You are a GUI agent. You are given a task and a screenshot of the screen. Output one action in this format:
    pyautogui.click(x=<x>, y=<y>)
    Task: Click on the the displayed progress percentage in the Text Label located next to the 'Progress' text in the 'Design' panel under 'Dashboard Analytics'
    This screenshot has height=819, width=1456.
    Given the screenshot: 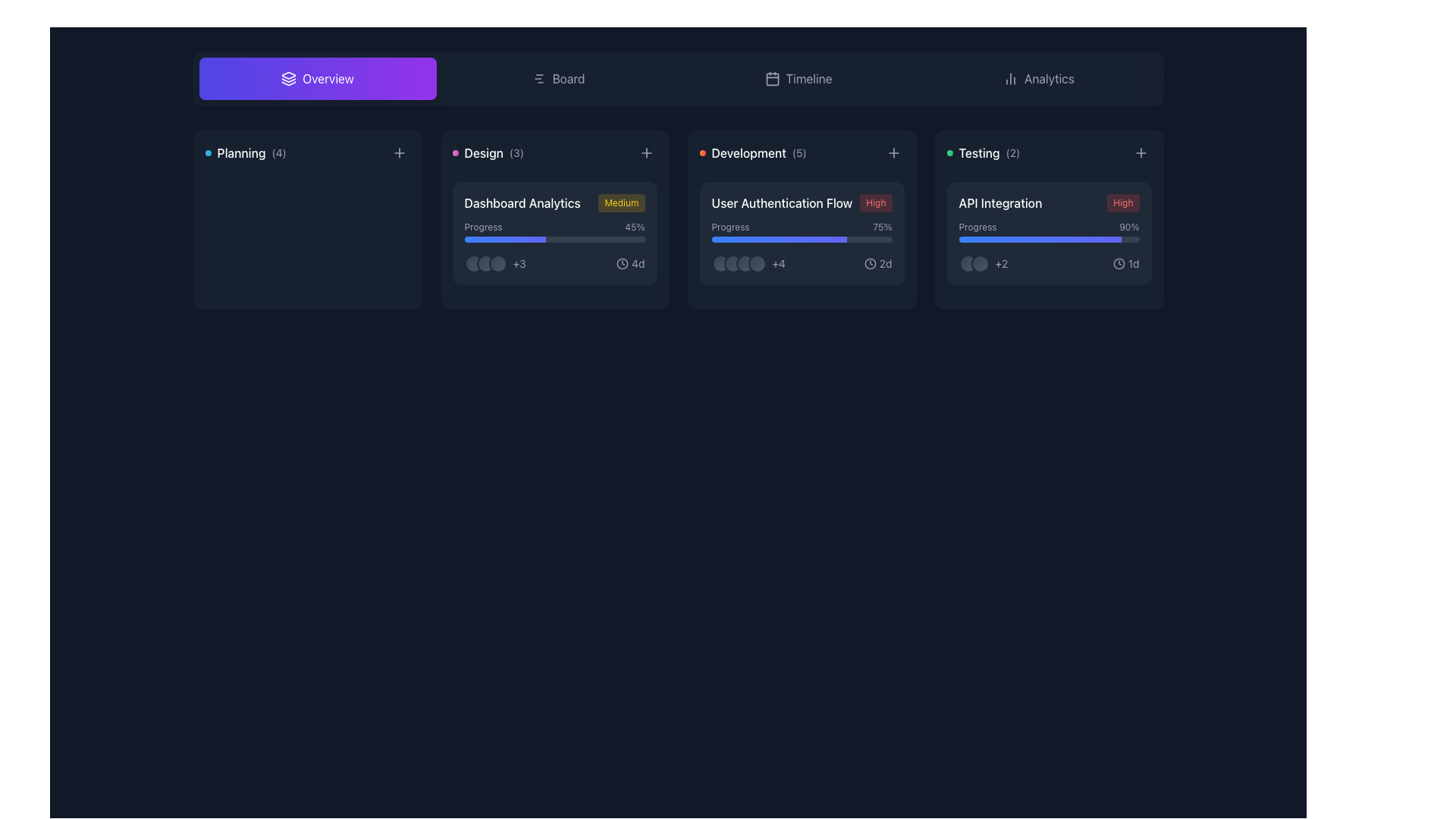 What is the action you would take?
    pyautogui.click(x=635, y=227)
    